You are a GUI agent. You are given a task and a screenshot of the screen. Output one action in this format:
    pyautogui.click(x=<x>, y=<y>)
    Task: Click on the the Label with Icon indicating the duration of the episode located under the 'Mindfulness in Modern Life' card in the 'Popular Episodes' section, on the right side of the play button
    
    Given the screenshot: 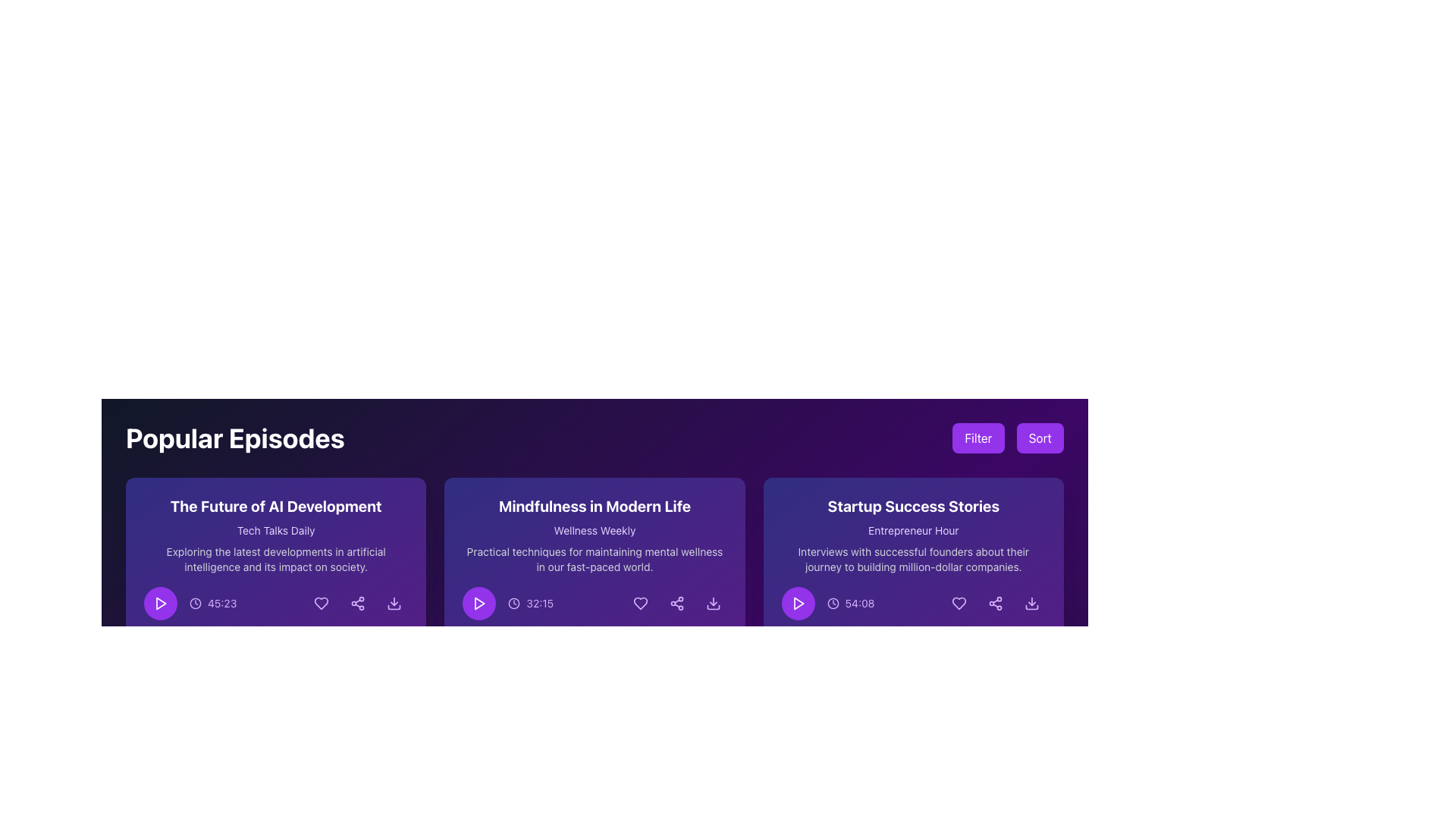 What is the action you would take?
    pyautogui.click(x=508, y=602)
    